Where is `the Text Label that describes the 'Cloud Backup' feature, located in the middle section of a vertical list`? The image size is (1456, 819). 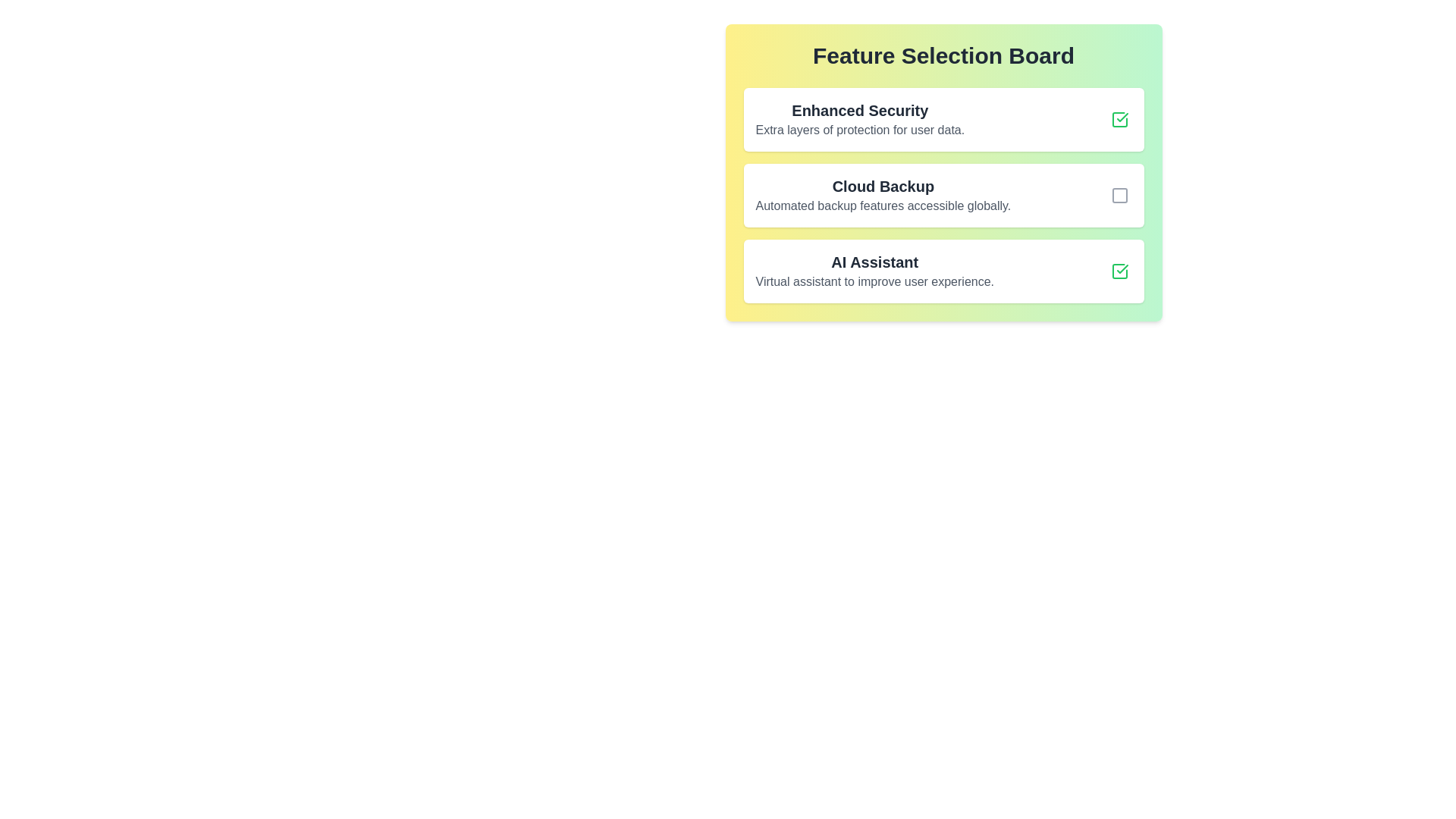
the Text Label that describes the 'Cloud Backup' feature, located in the middle section of a vertical list is located at coordinates (883, 206).